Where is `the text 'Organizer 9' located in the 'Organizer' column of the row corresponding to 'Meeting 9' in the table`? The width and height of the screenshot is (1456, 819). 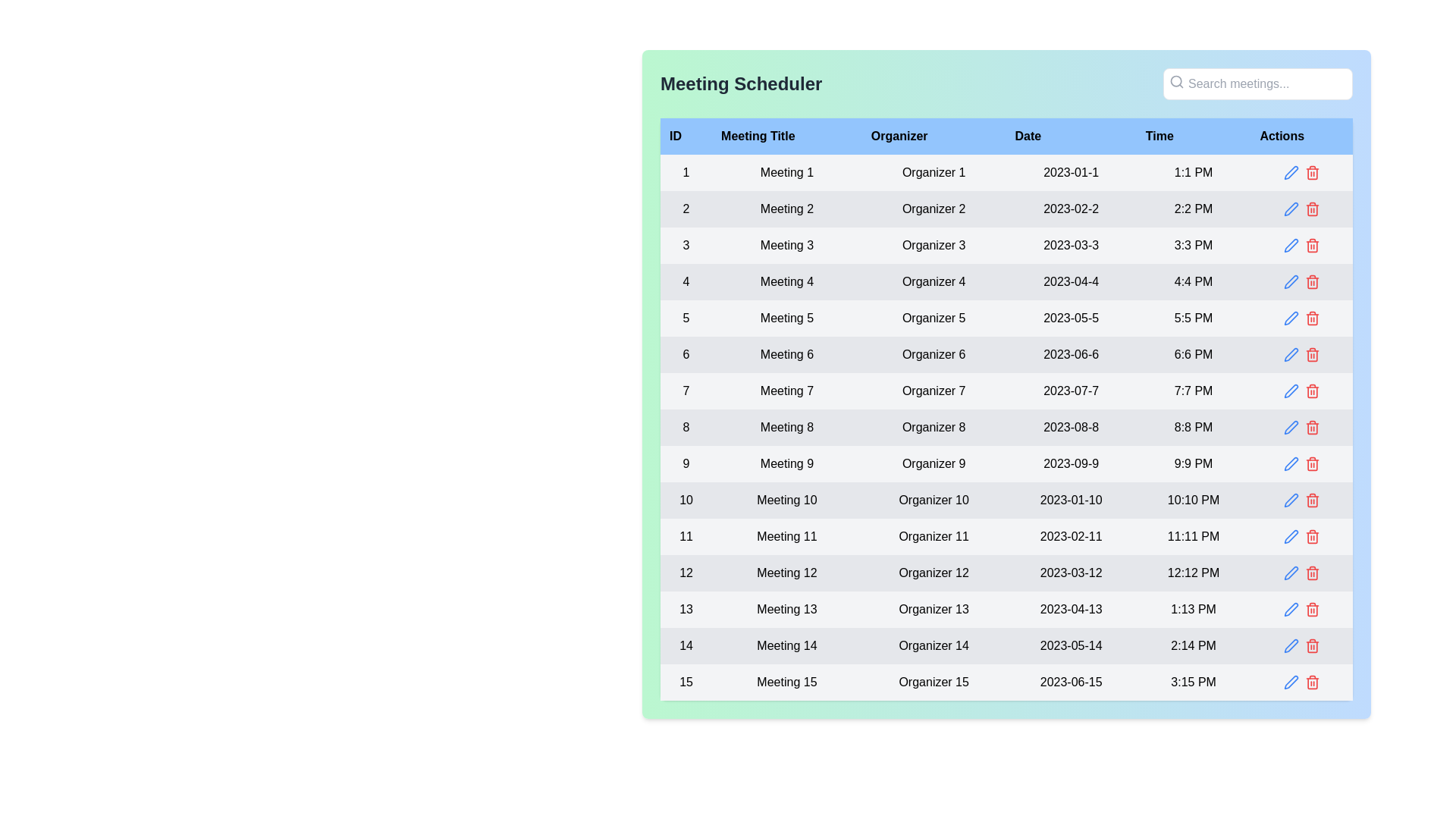 the text 'Organizer 9' located in the 'Organizer' column of the row corresponding to 'Meeting 9' in the table is located at coordinates (933, 463).